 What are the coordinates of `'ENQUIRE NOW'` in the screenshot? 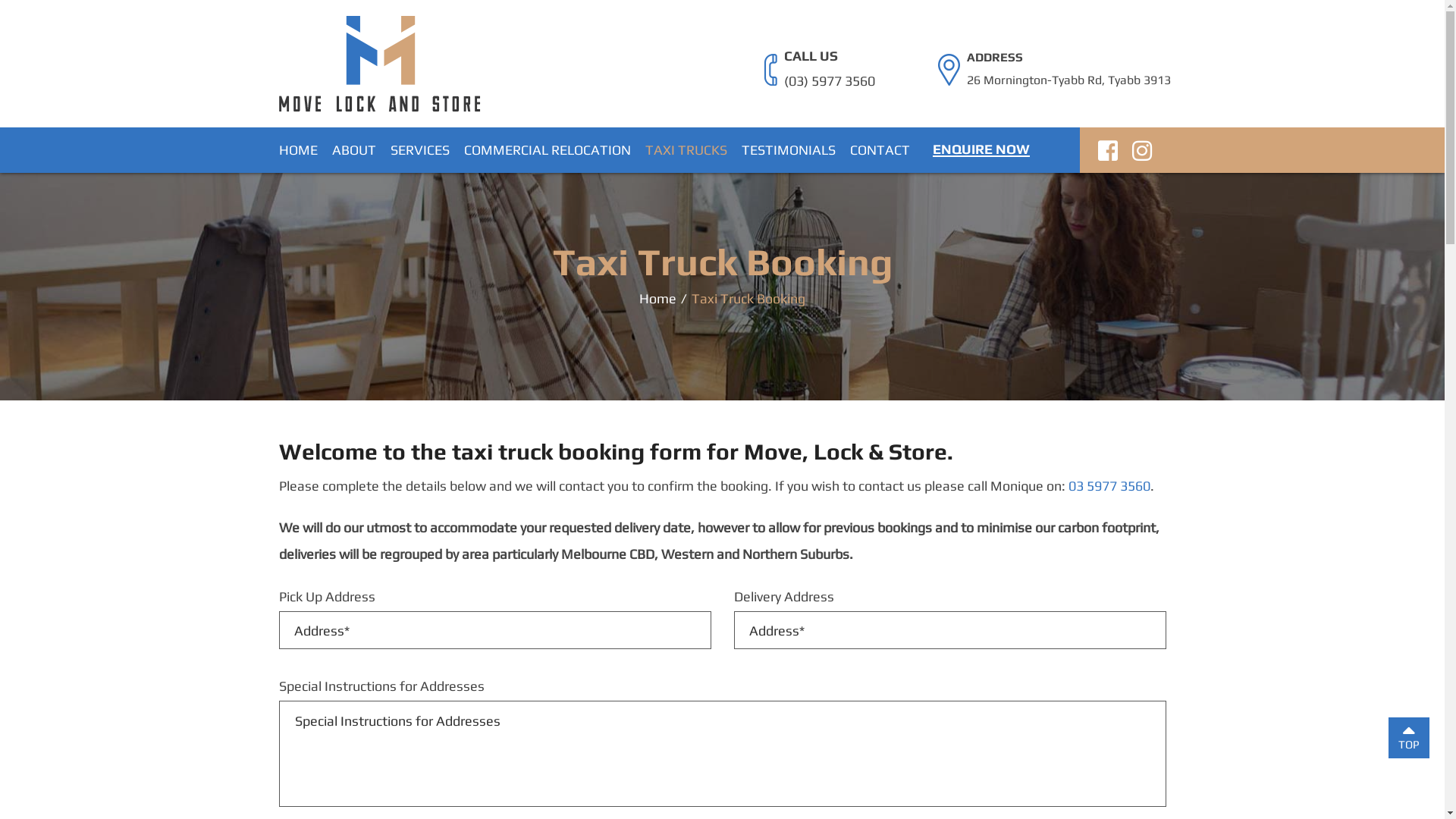 It's located at (981, 149).